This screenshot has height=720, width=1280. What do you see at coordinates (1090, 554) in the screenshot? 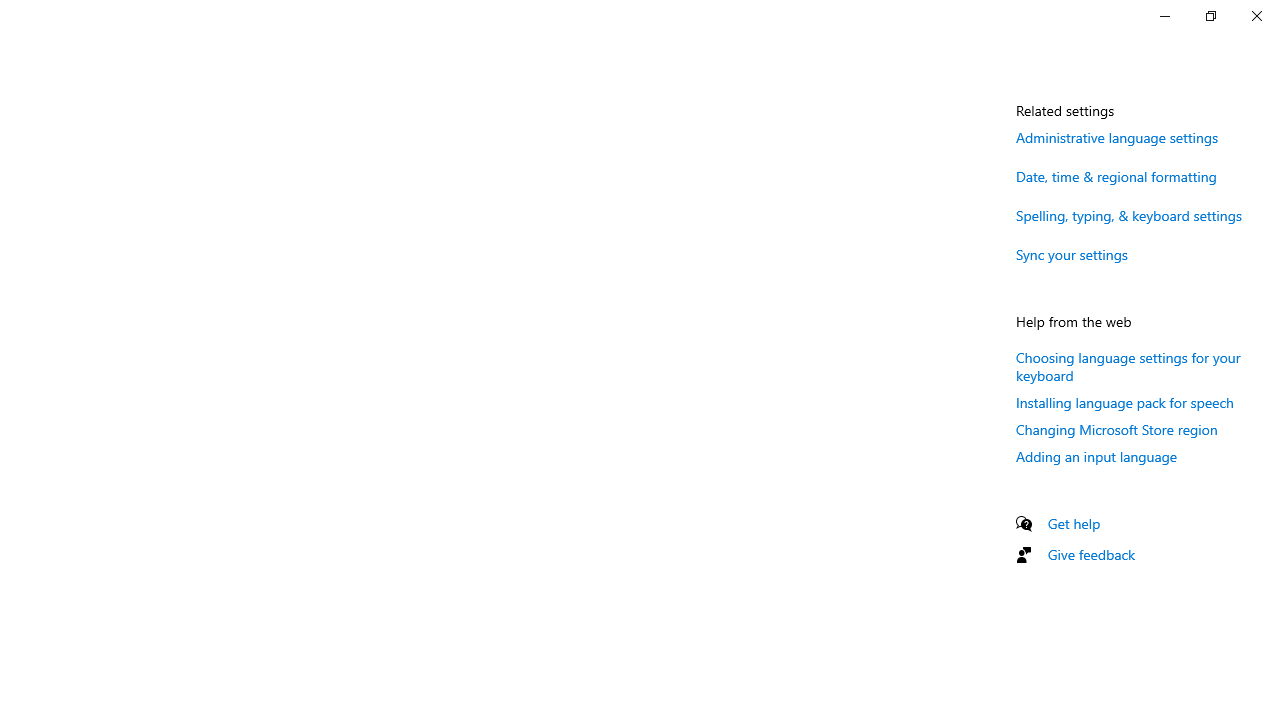
I see `'Give feedback'` at bounding box center [1090, 554].